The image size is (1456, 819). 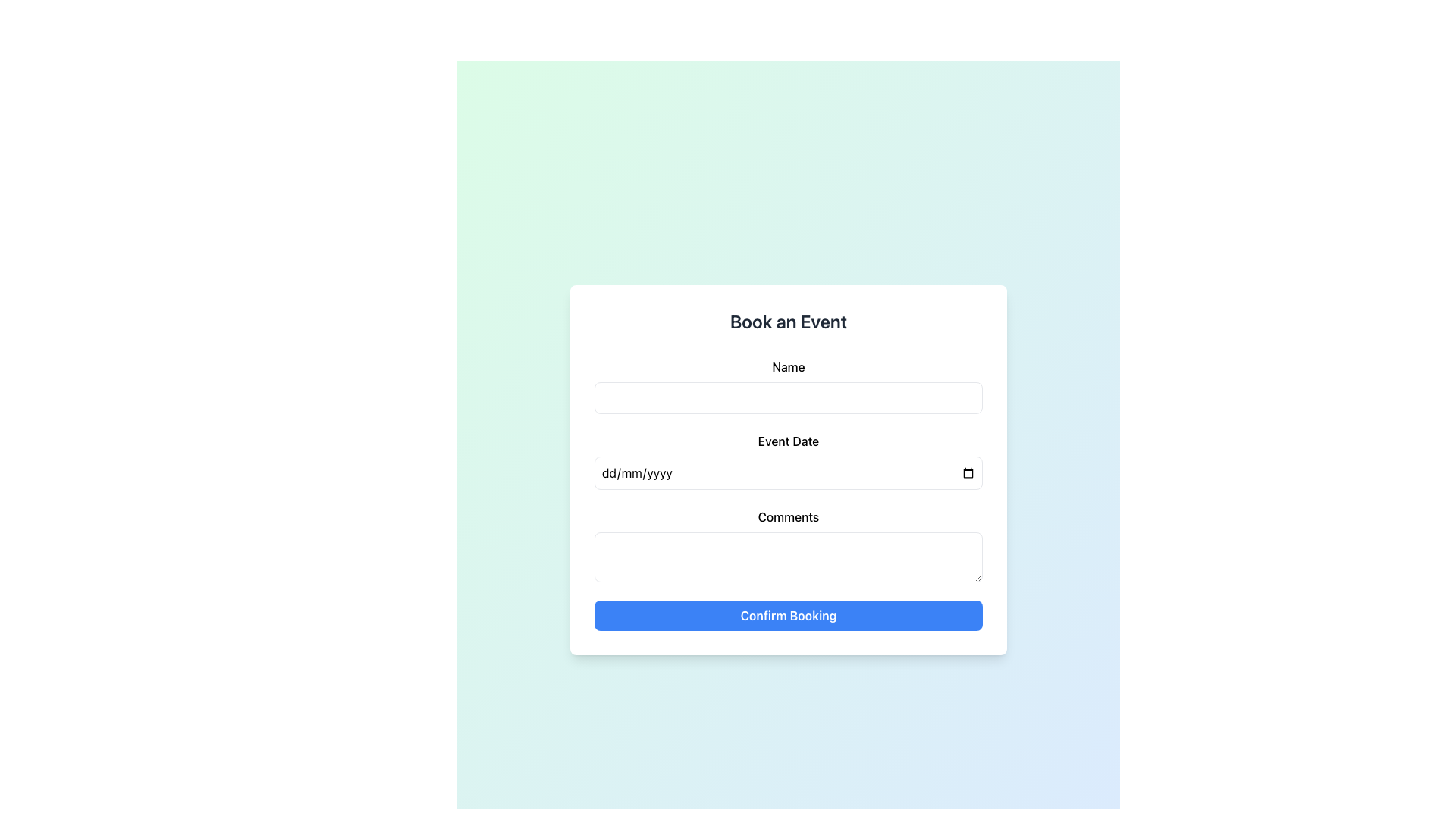 I want to click on the Date Input Field, which is the second section below the 'Name' section and above the 'Comments' section, so click(x=789, y=460).